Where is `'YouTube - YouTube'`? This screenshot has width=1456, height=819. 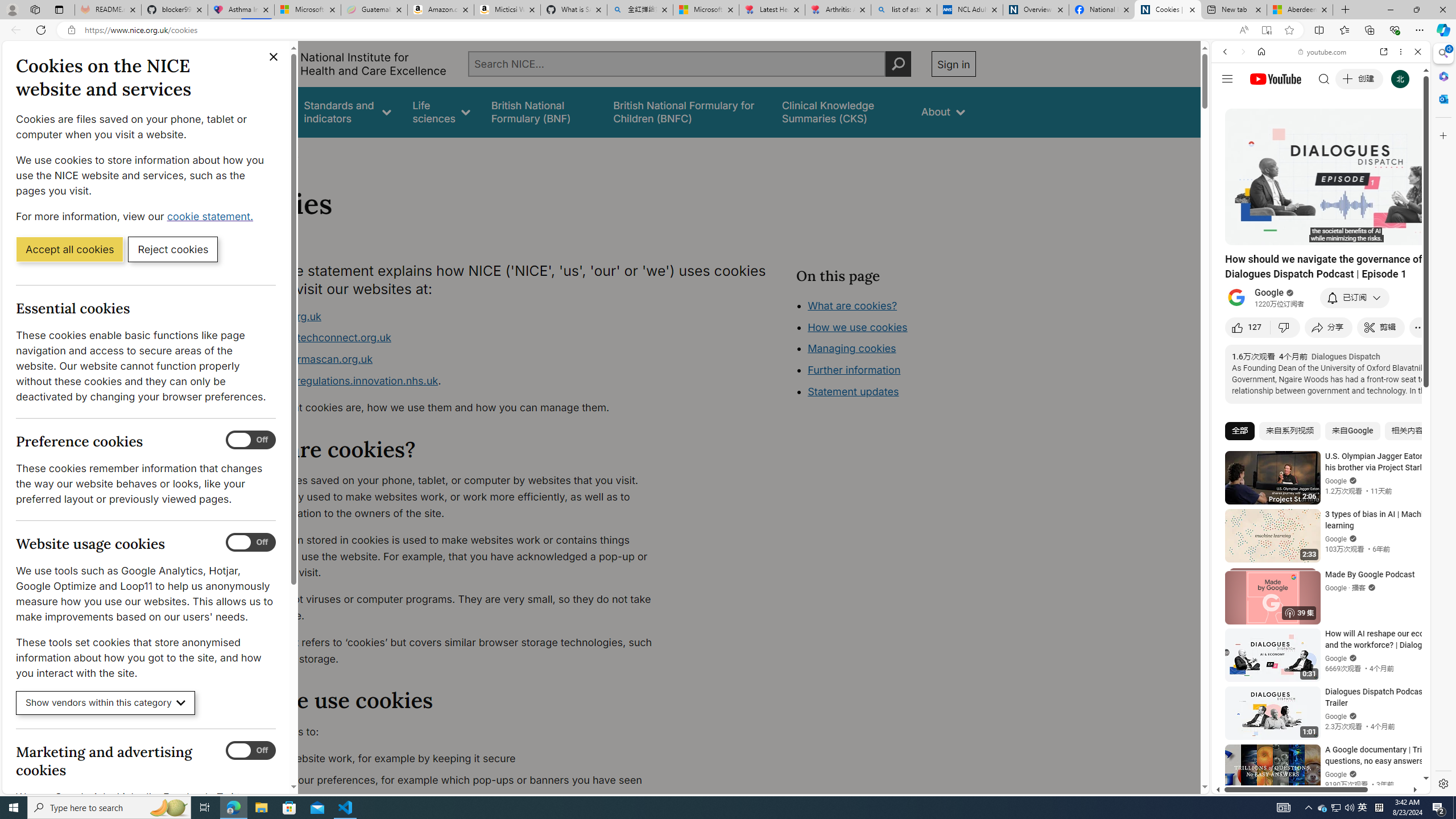 'YouTube - YouTube' is located at coordinates (1316, 560).